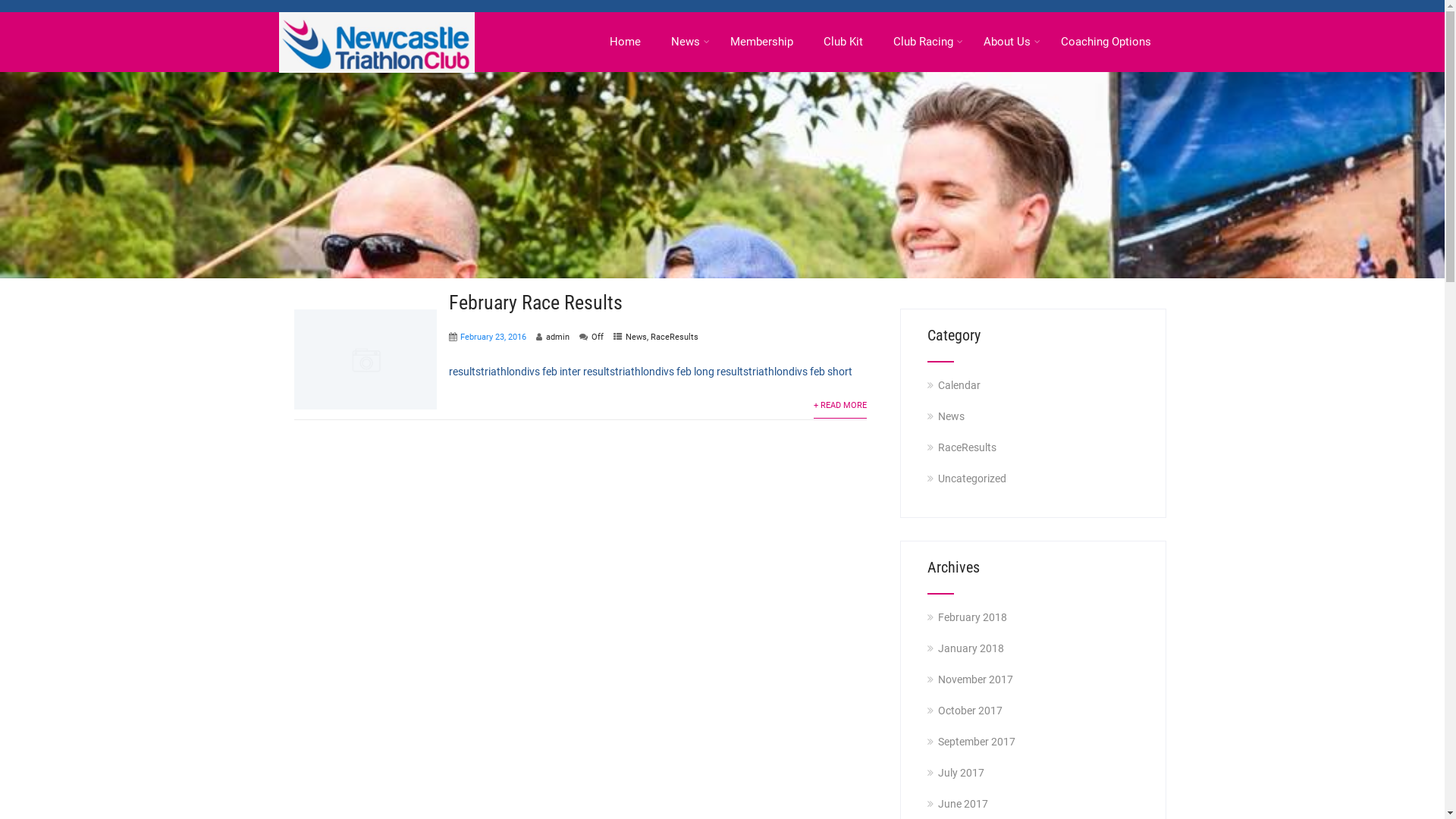  What do you see at coordinates (625, 41) in the screenshot?
I see `'Home'` at bounding box center [625, 41].